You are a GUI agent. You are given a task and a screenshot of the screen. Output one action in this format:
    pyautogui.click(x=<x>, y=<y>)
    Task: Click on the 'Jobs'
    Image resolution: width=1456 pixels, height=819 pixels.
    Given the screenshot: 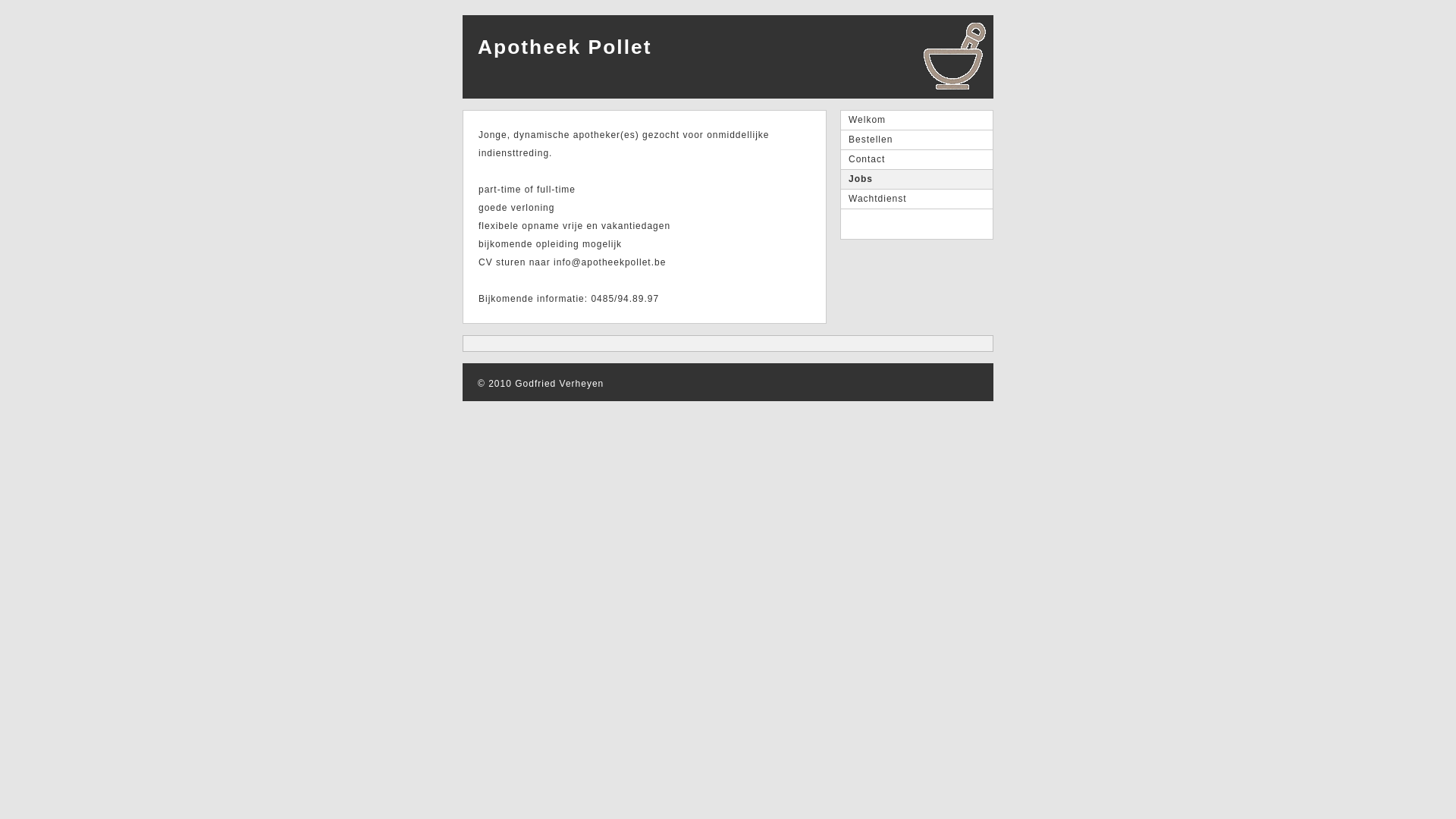 What is the action you would take?
    pyautogui.click(x=839, y=178)
    